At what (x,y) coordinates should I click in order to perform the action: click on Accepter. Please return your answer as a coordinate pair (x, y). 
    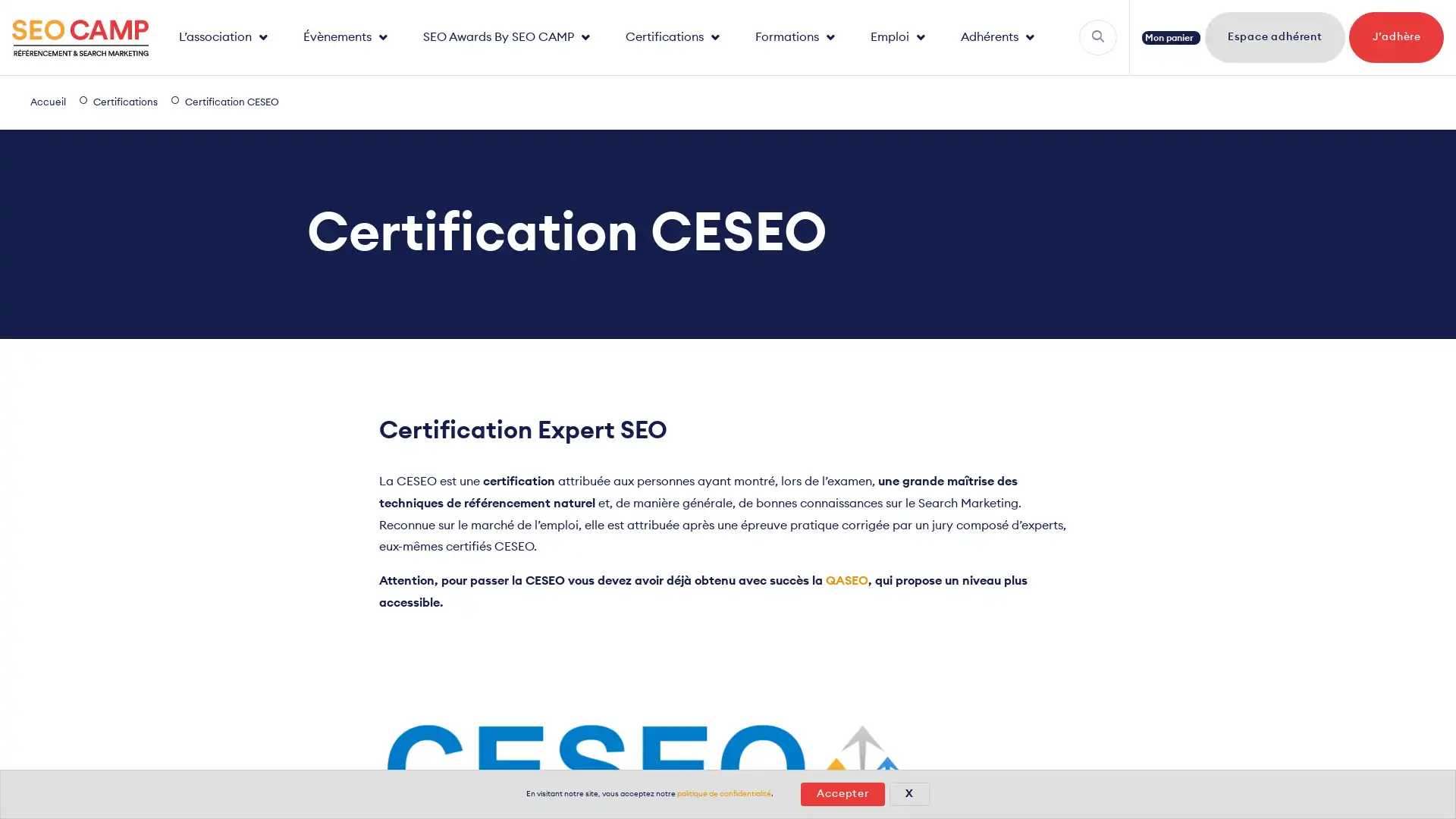
    Looking at the image, I should click on (841, 793).